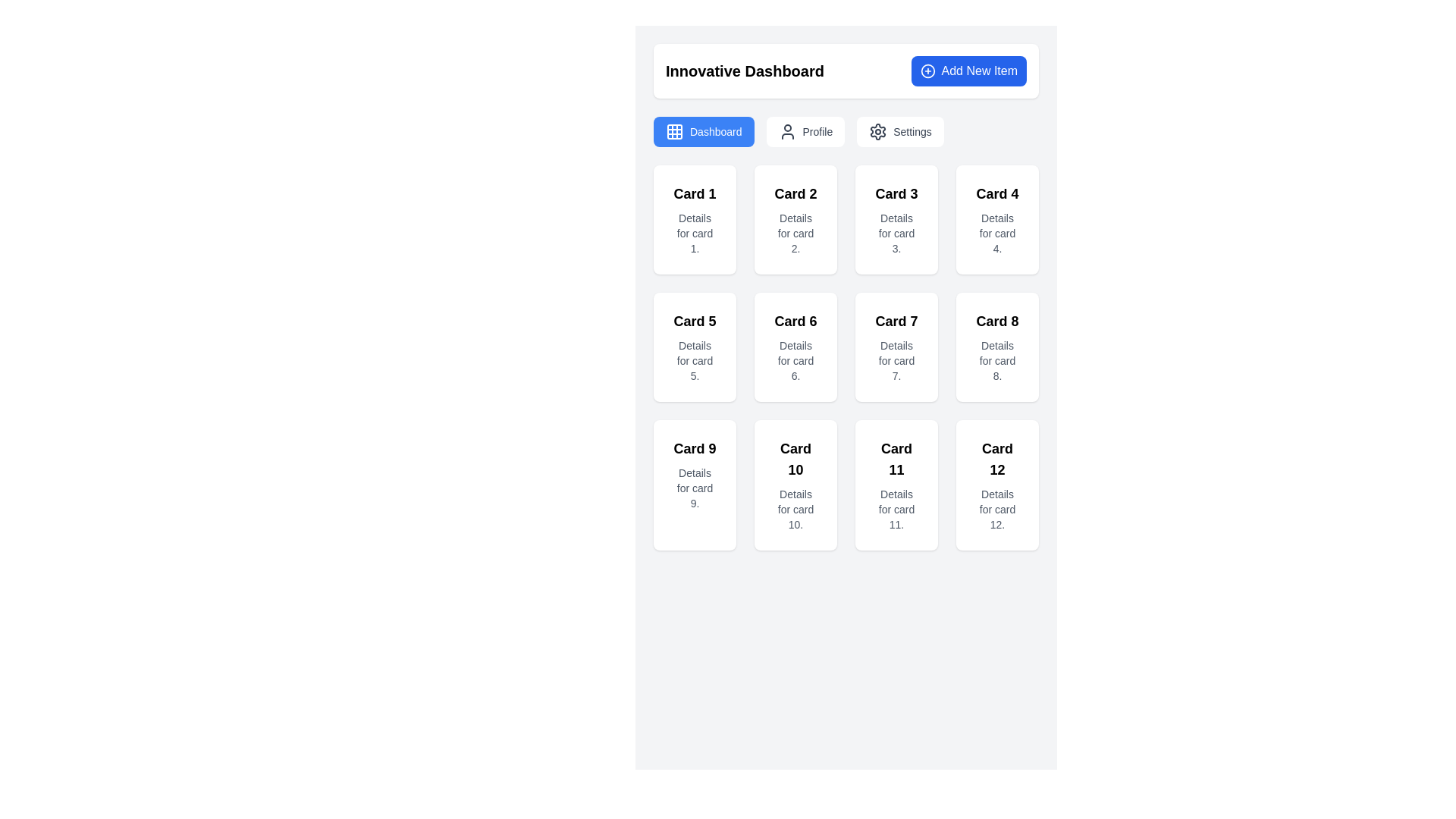 The image size is (1456, 819). I want to click on the blue icon with a circular border containing a plus sign inside it, located within the blue 'Add New Item' button at the top-right corner of the page, so click(927, 71).